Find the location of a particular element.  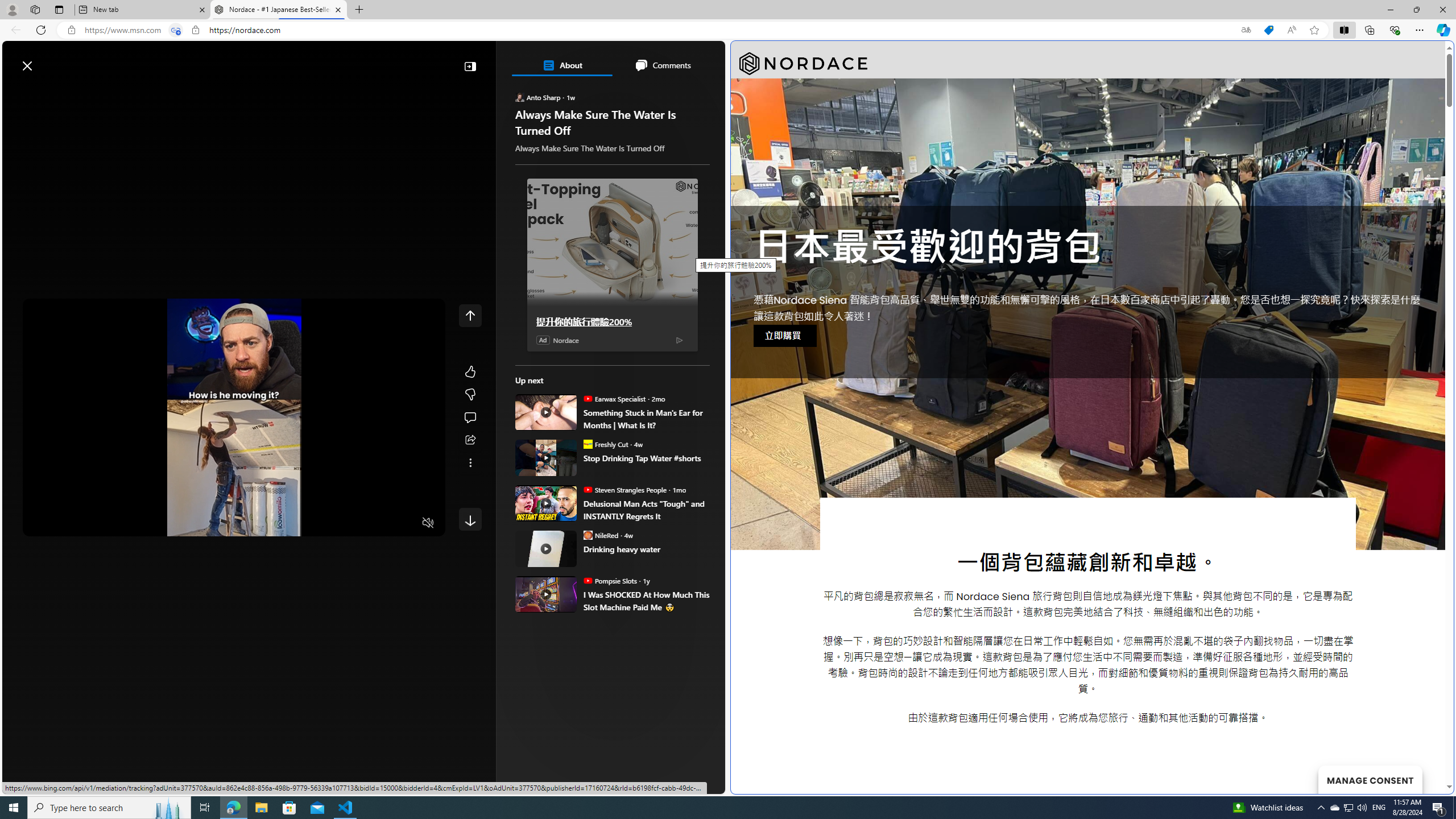

'This site has coupons! Shopping in Microsoft Edge' is located at coordinates (1268, 30).